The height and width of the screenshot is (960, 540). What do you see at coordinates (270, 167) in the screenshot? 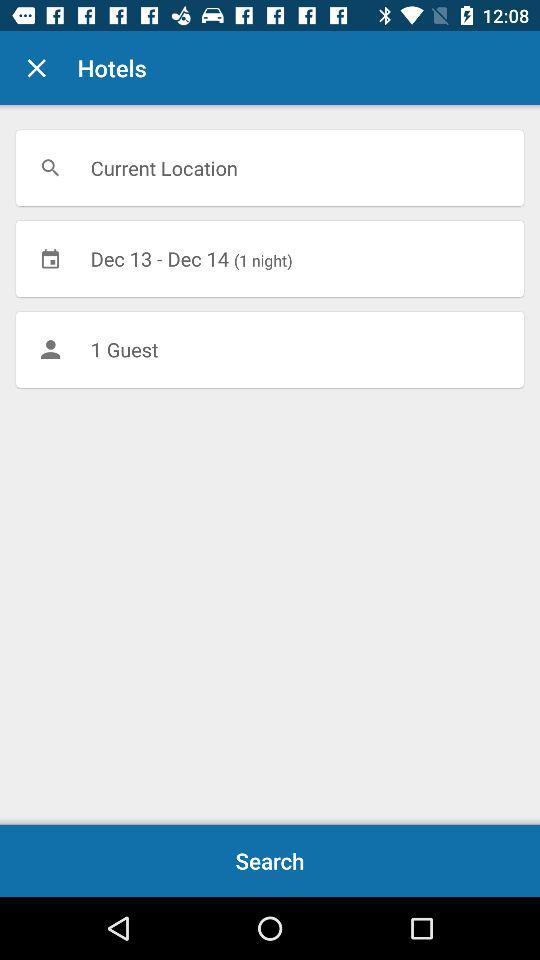
I see `the icon above the dec 13 dec icon` at bounding box center [270, 167].